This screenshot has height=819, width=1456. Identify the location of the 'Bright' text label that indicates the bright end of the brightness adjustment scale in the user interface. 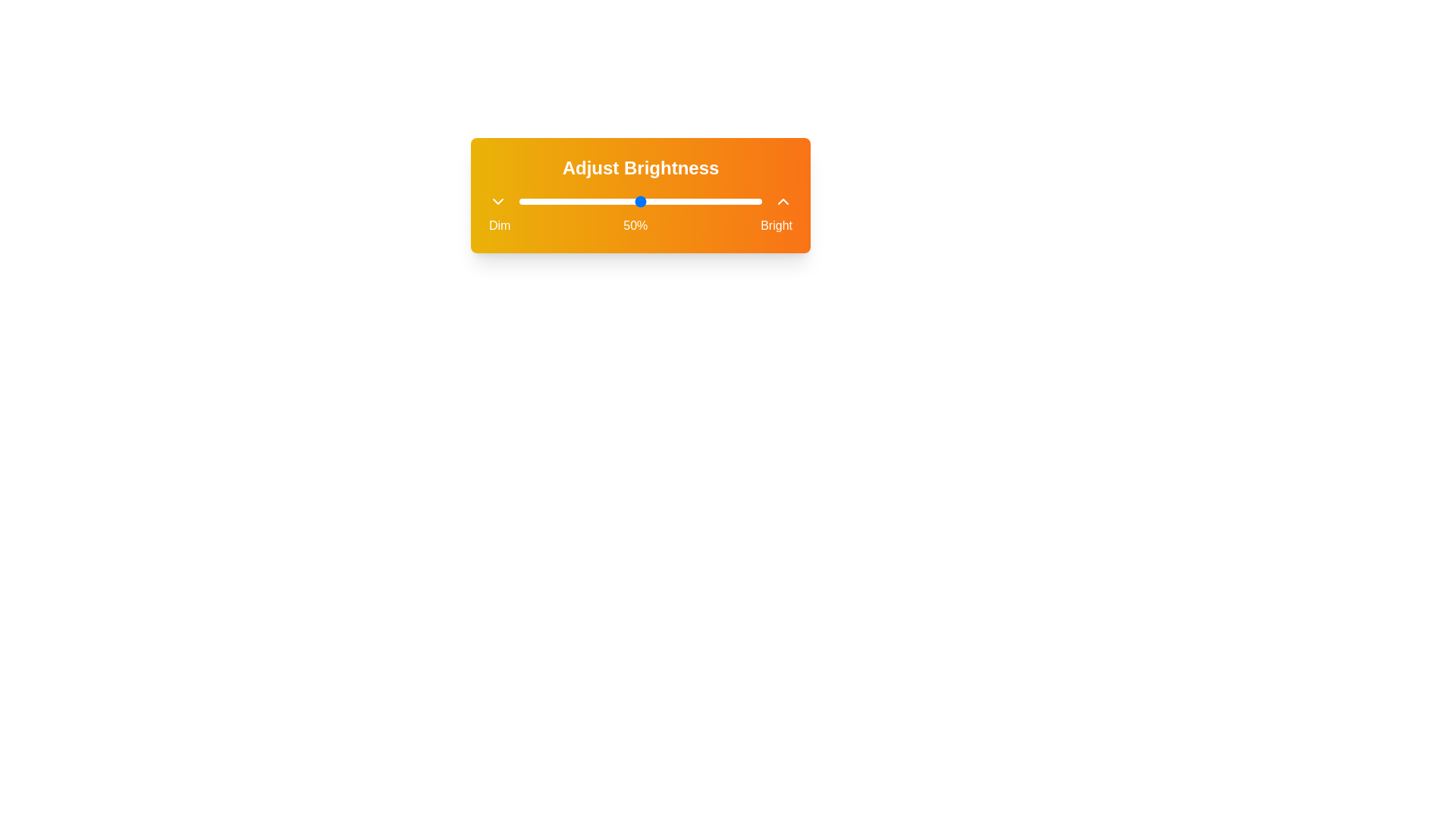
(777, 225).